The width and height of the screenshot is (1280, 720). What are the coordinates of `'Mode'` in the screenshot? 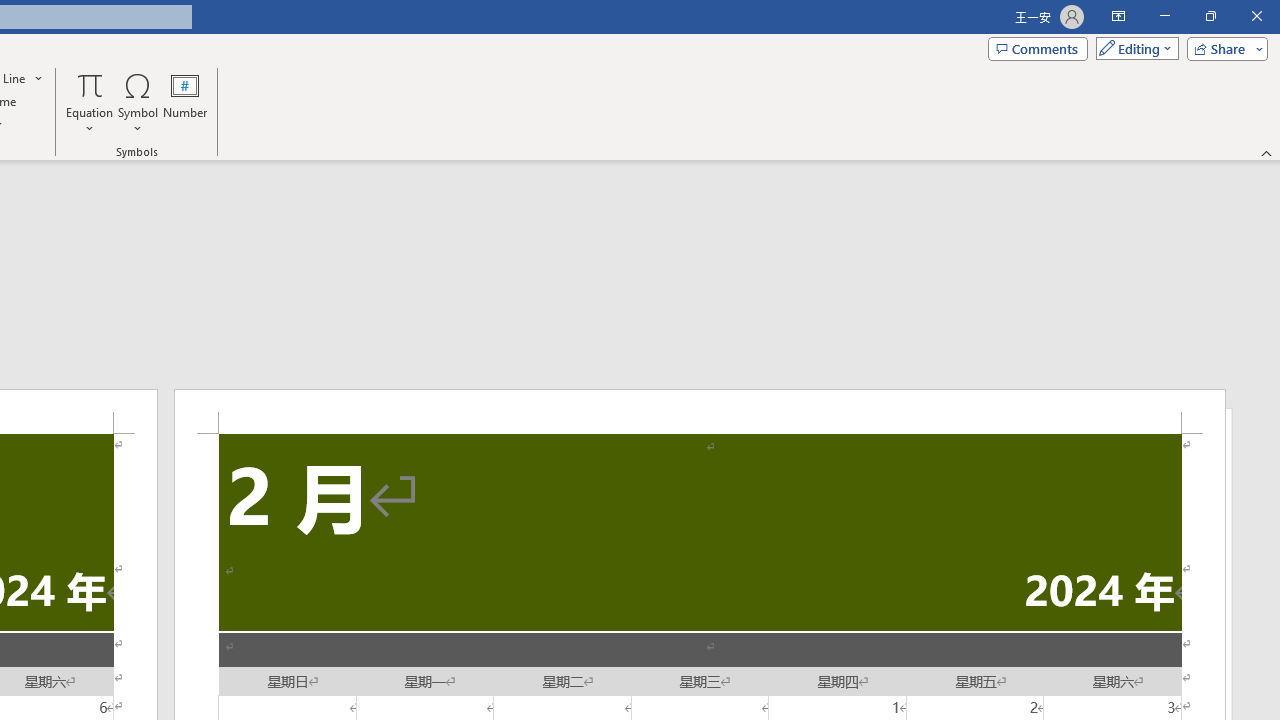 It's located at (1133, 47).